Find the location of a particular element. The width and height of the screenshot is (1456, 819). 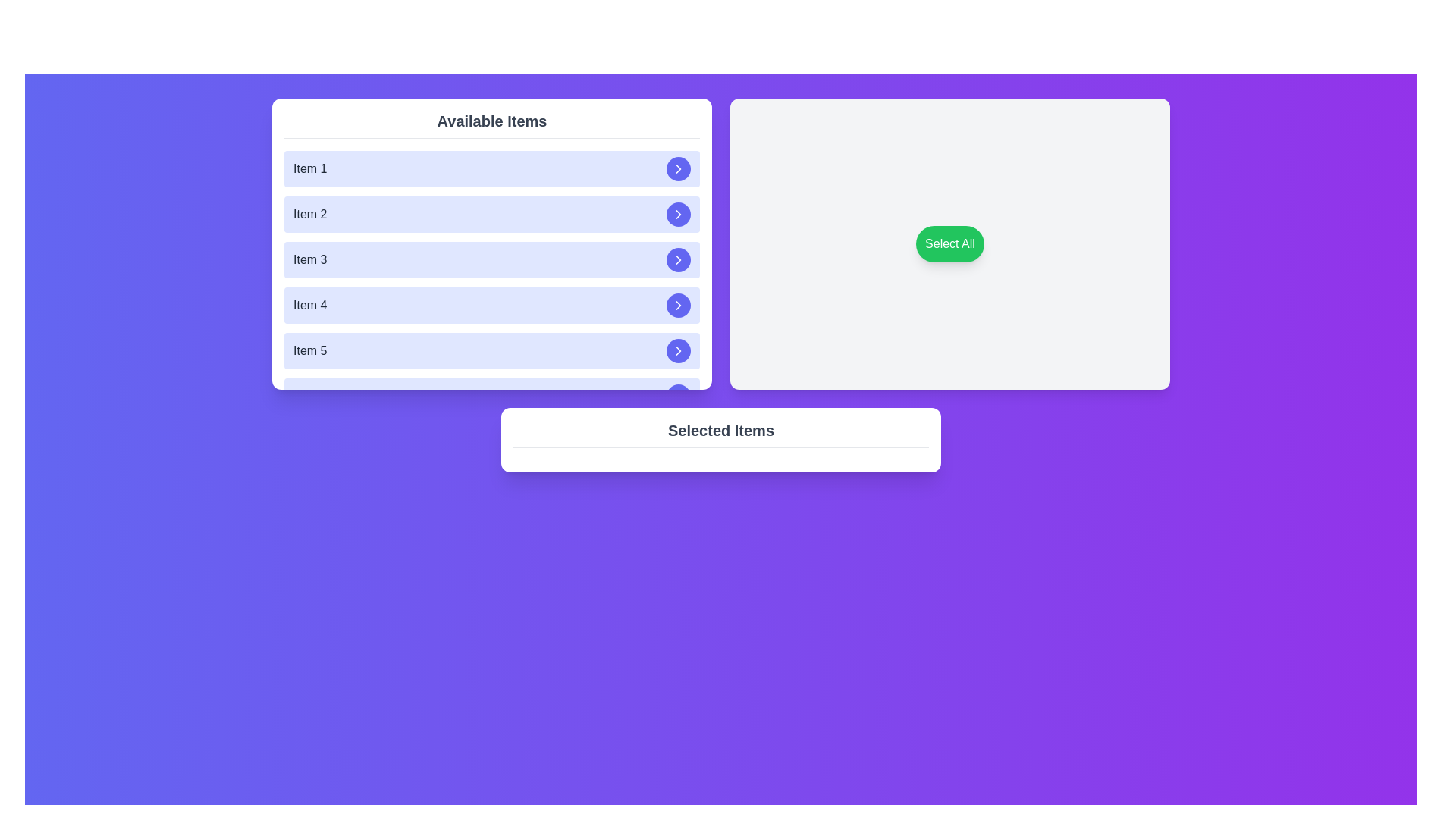

the button located in the right section of the box labeled 'Item 1' within the 'Available Items' column is located at coordinates (677, 169).